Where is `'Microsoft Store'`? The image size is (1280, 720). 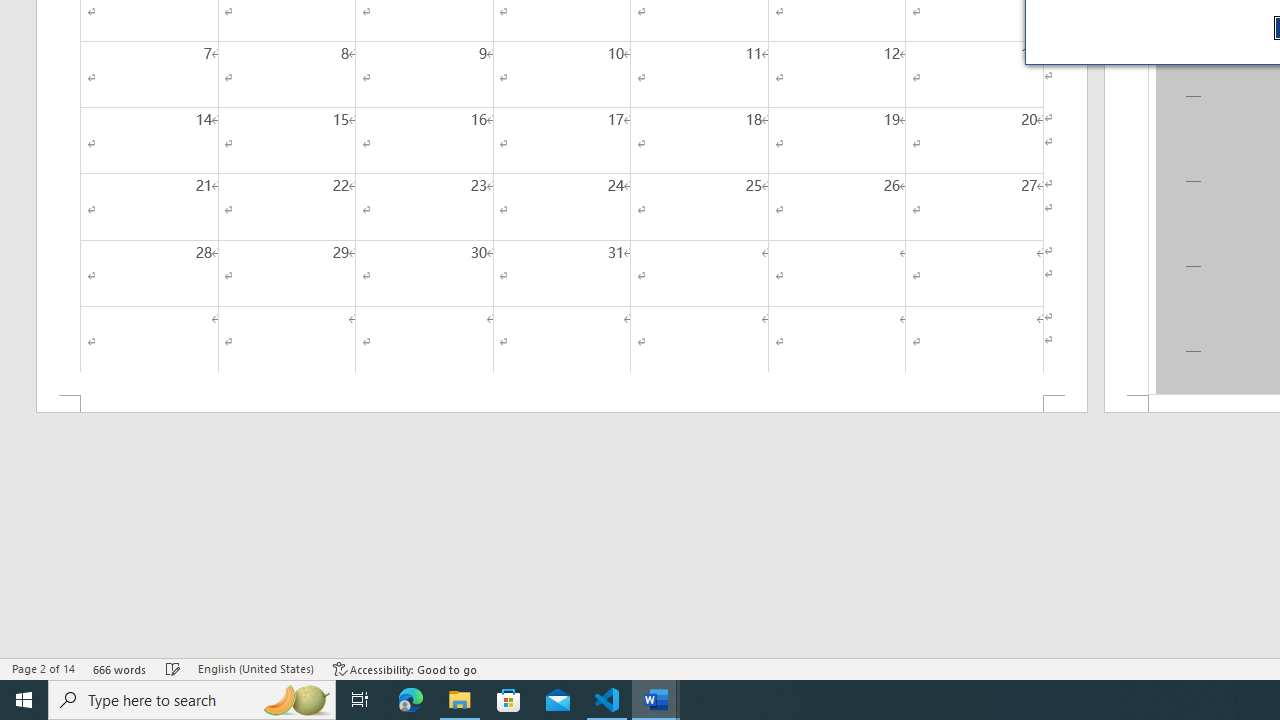
'Microsoft Store' is located at coordinates (509, 698).